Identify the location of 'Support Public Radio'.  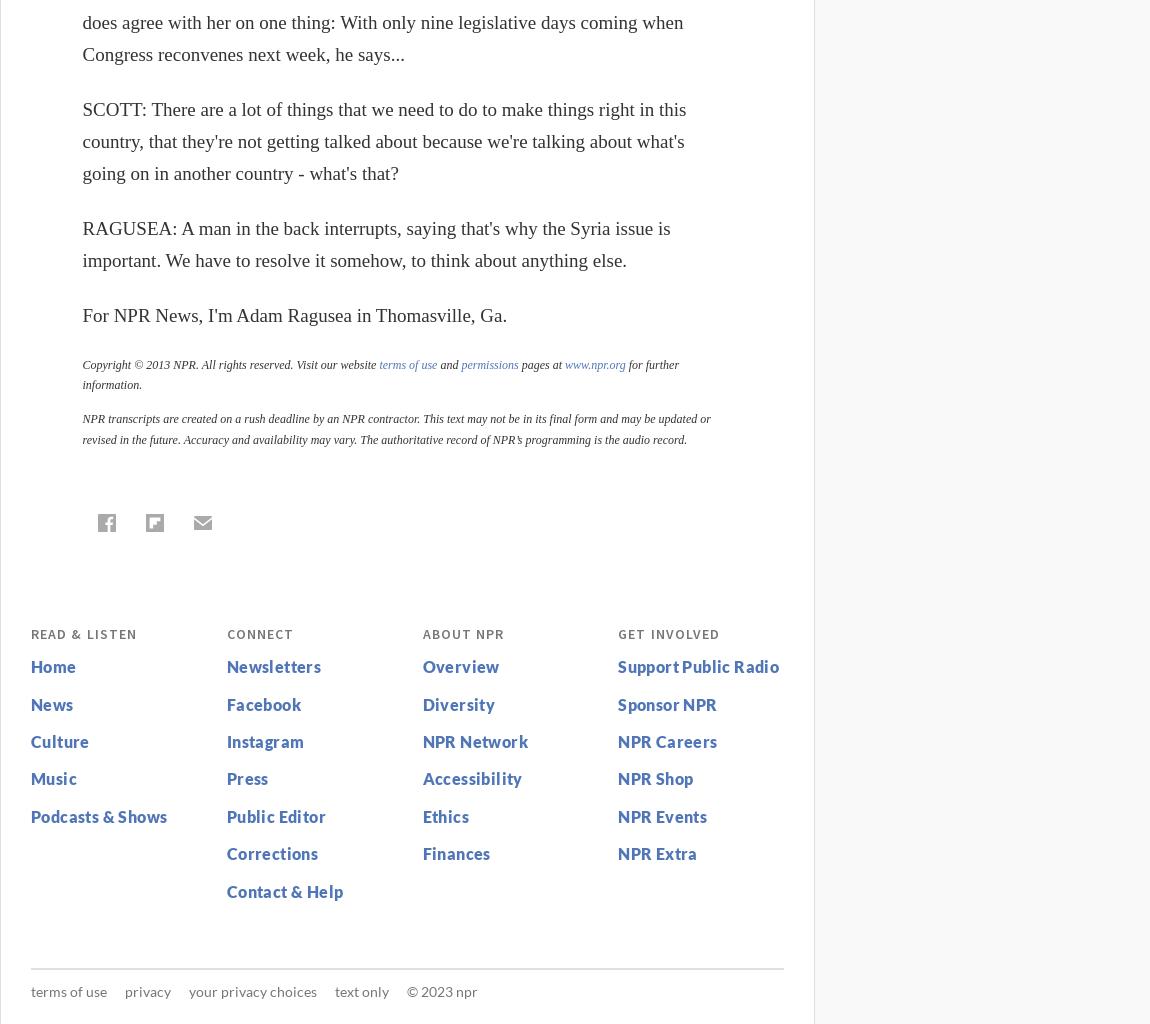
(697, 665).